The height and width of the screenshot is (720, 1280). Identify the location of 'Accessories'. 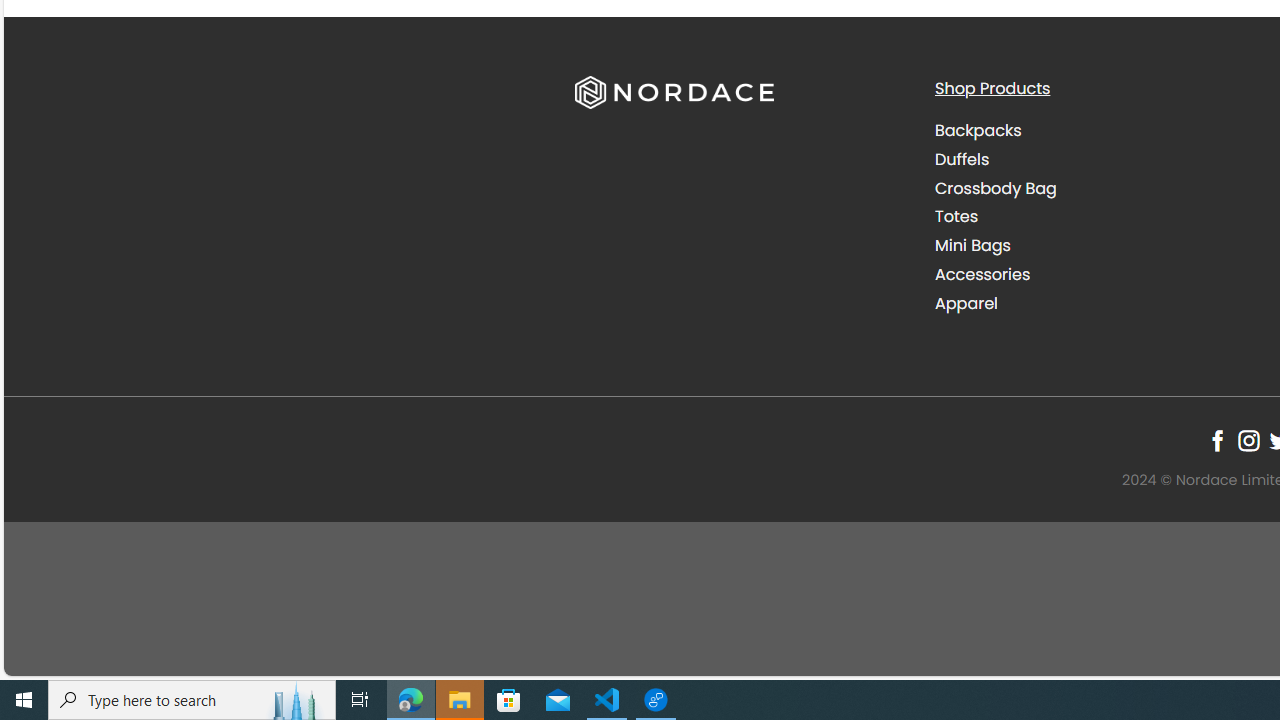
(982, 273).